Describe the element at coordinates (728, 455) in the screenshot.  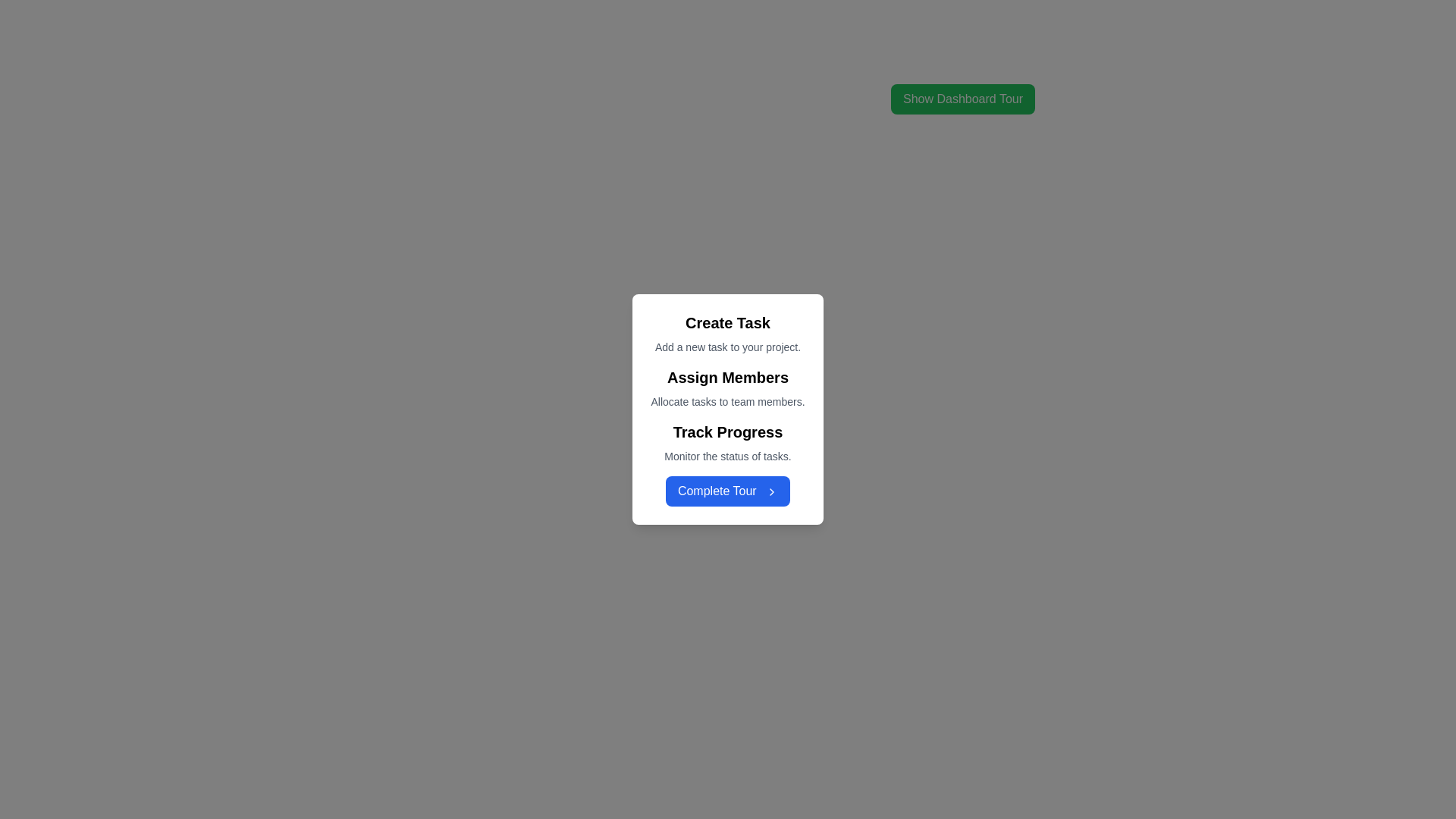
I see `the text label displaying 'Monitor the status of tasks.' which is styled in gray and located directly below the header 'Track Progress'` at that location.